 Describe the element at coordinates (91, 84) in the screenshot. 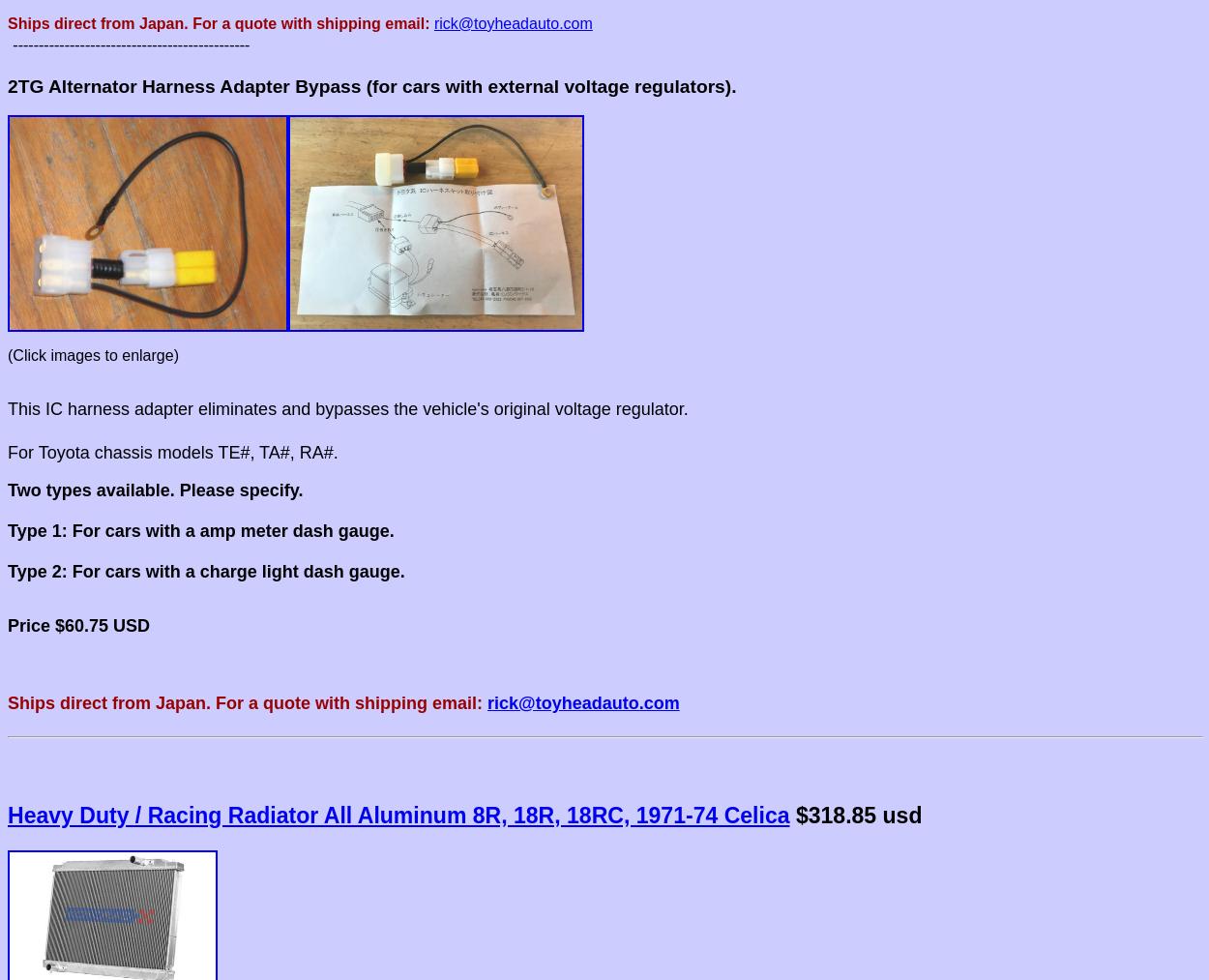

I see `'Alternator'` at that location.